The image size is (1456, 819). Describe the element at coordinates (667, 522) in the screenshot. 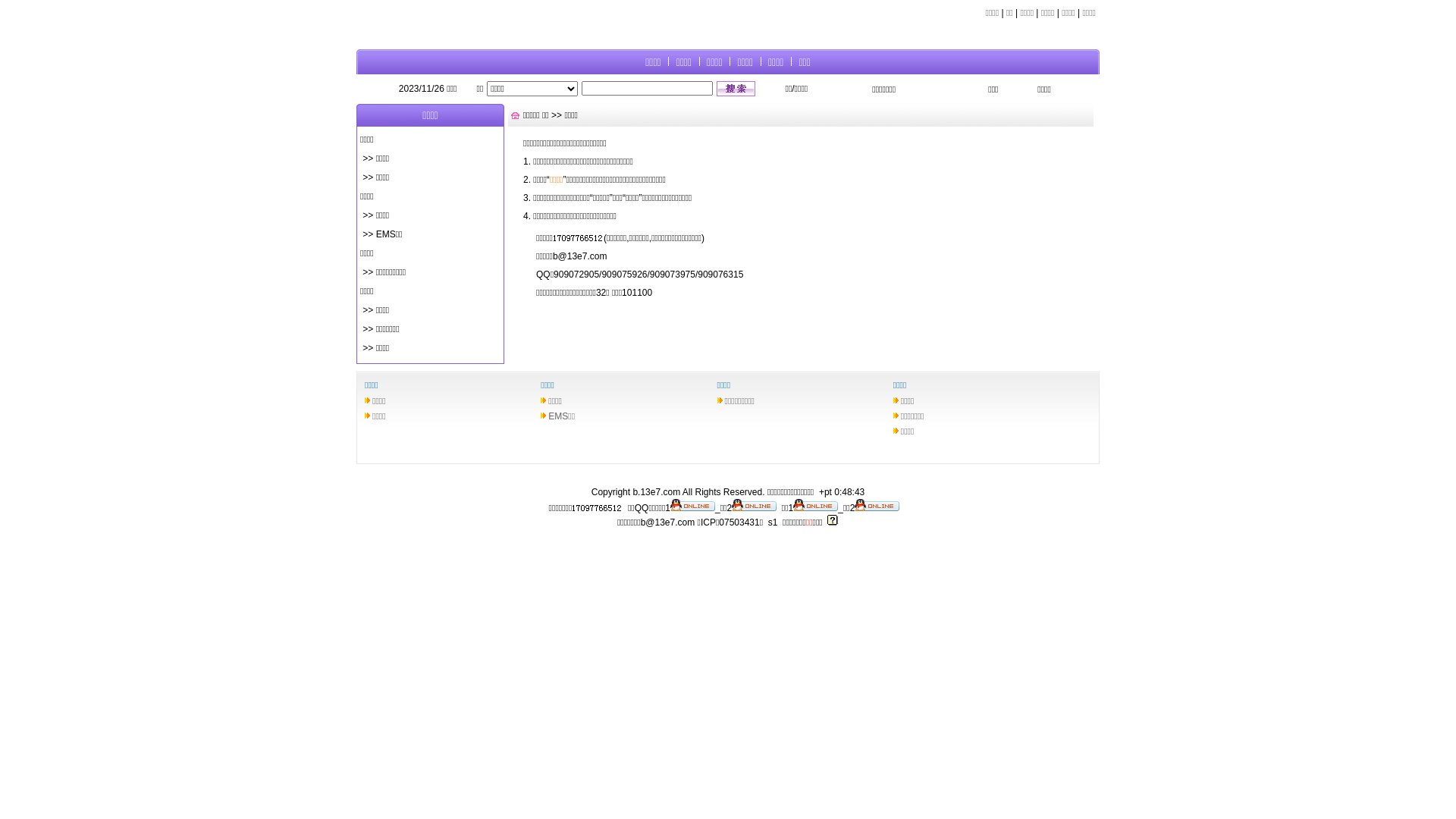

I see `'b@13e7.com'` at that location.